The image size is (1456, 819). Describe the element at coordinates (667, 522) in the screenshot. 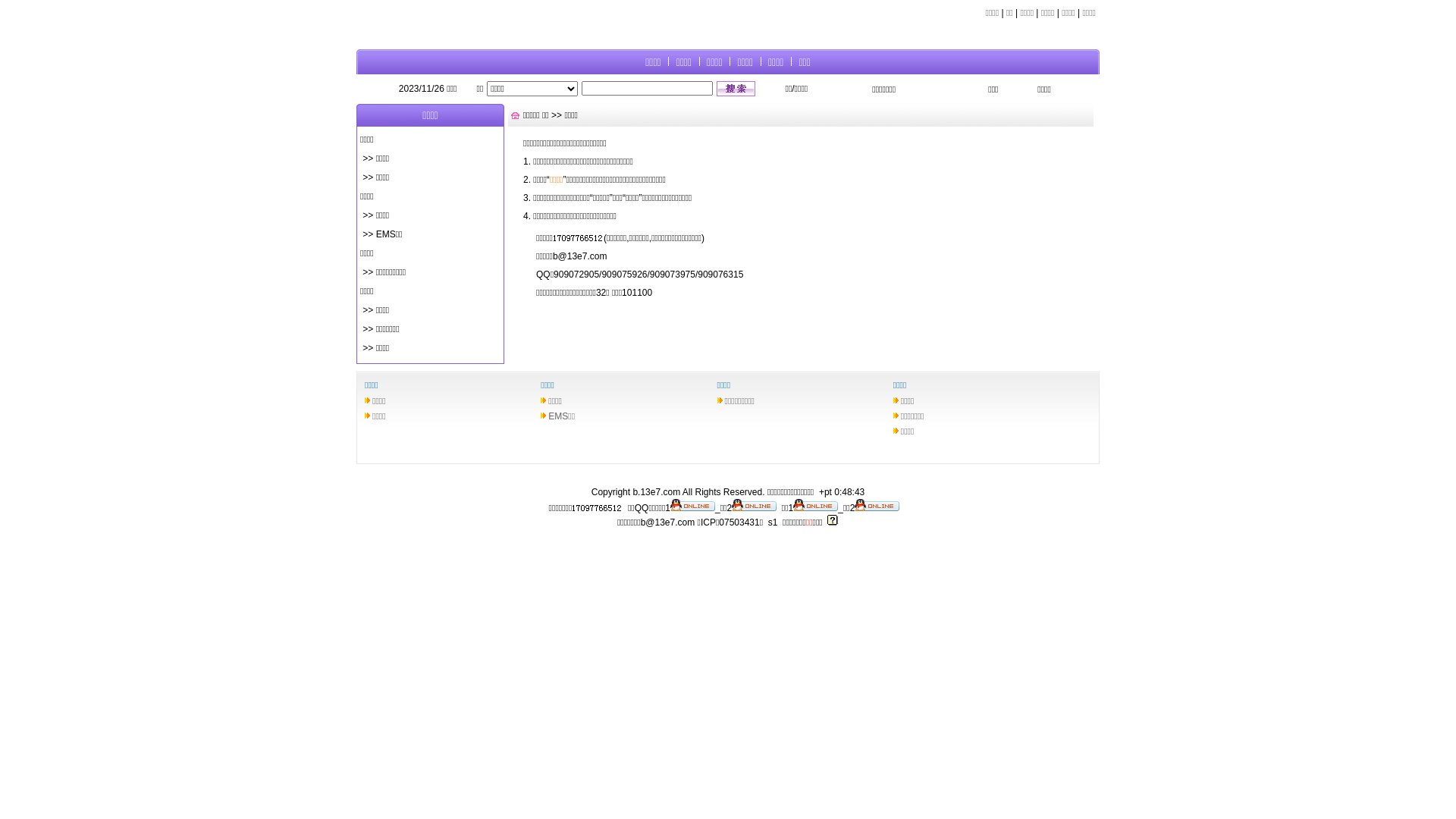

I see `'b@13e7.com'` at that location.